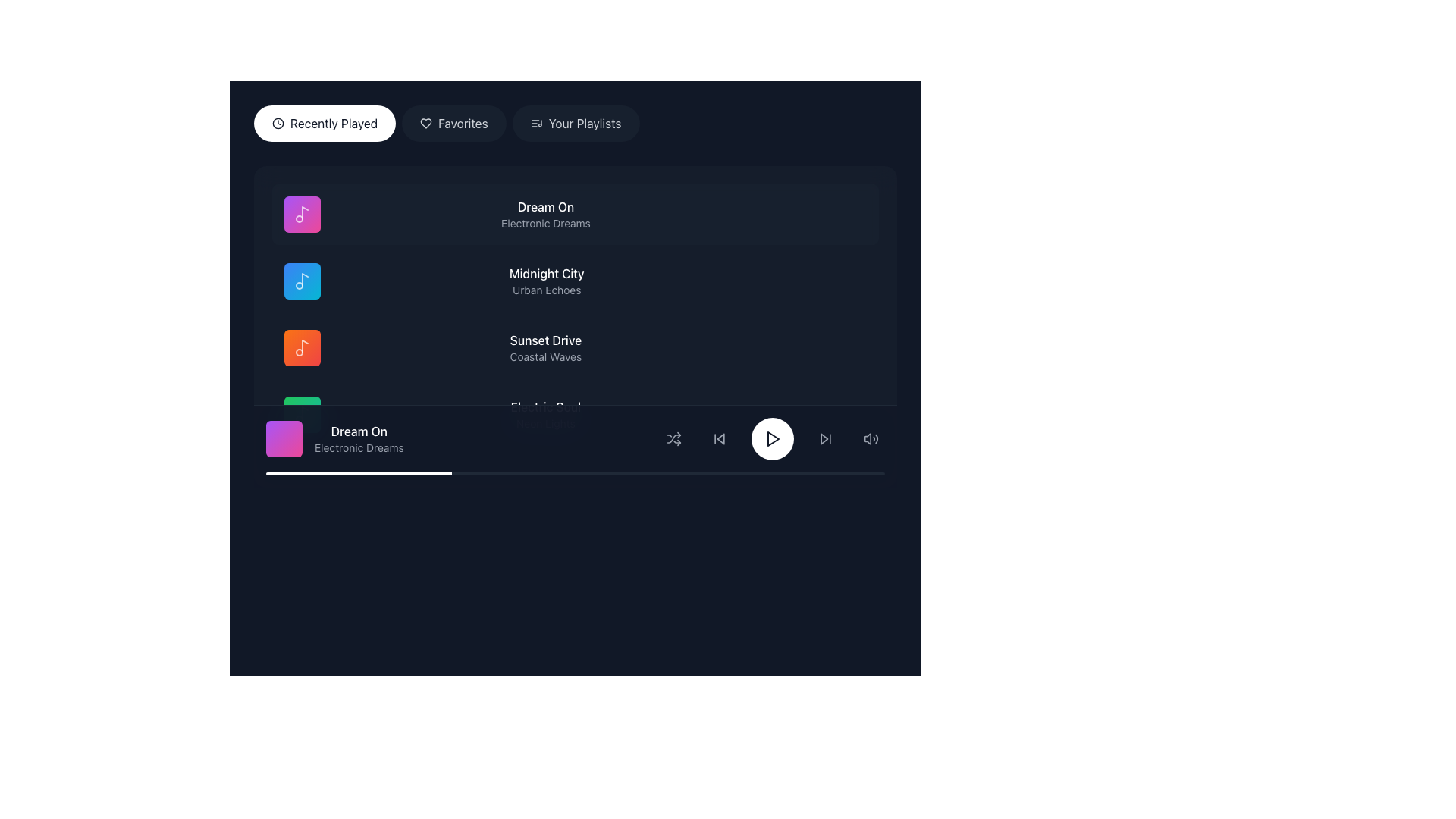 This screenshot has height=819, width=1456. I want to click on the play button located centrally within the player controls bar, so click(772, 438).